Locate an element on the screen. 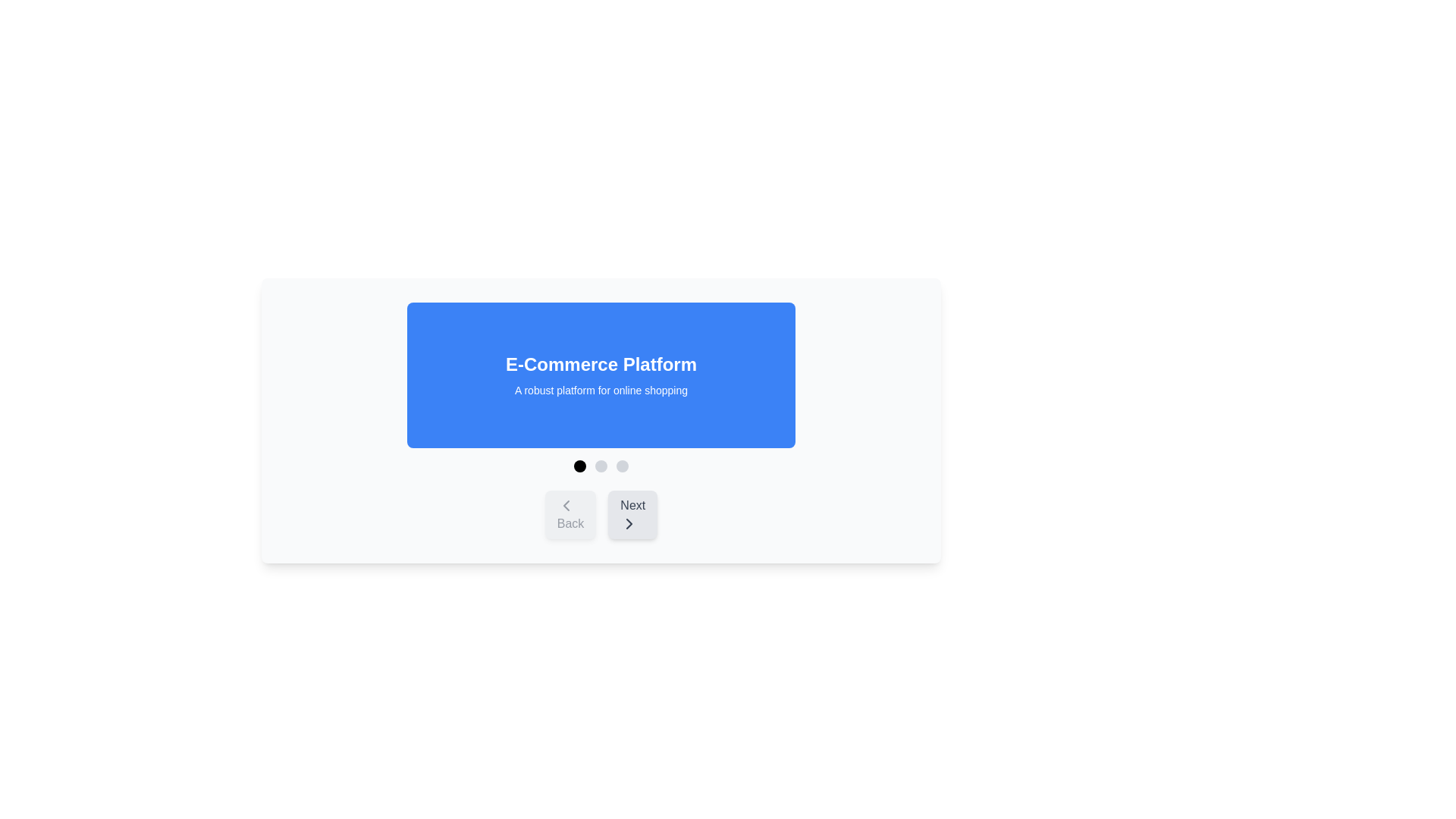  the 'Next' button, which has a light gray background, rounded corners, and displays a dark gray text with an arrow icon pointing right is located at coordinates (632, 513).